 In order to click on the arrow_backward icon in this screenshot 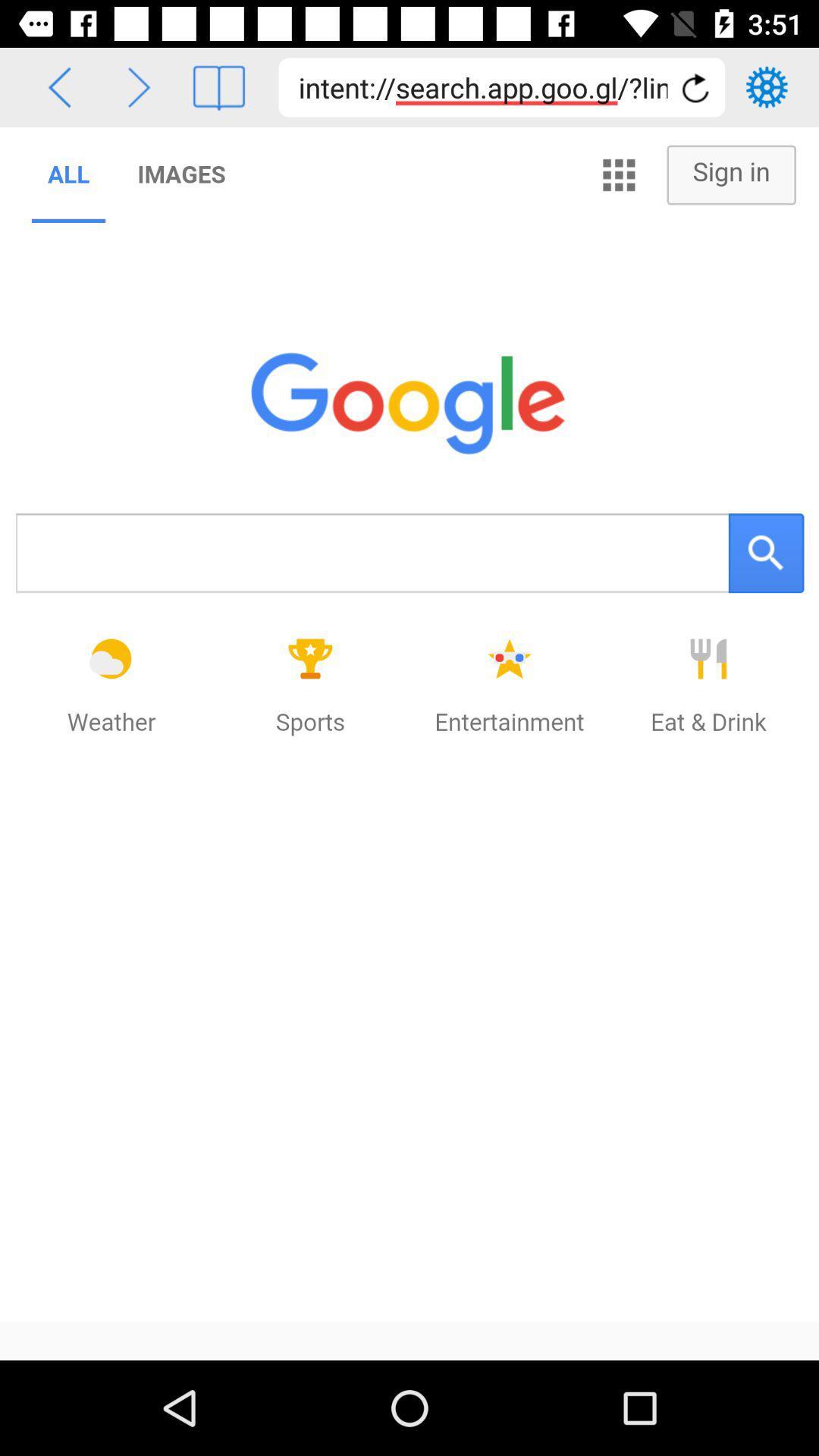, I will do `click(58, 86)`.